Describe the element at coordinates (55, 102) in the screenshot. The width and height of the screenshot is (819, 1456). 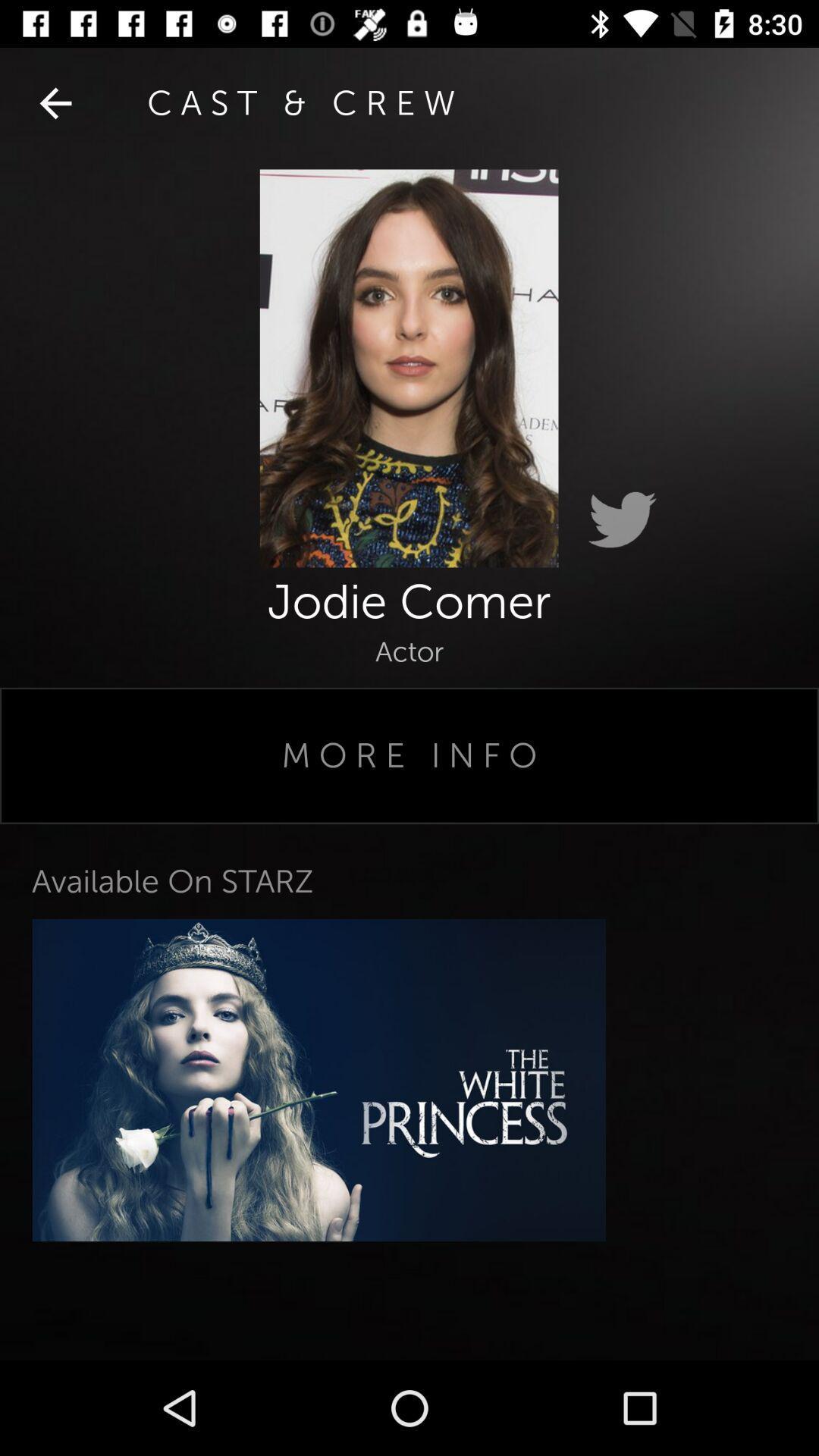
I see `the icon at the top left corner` at that location.